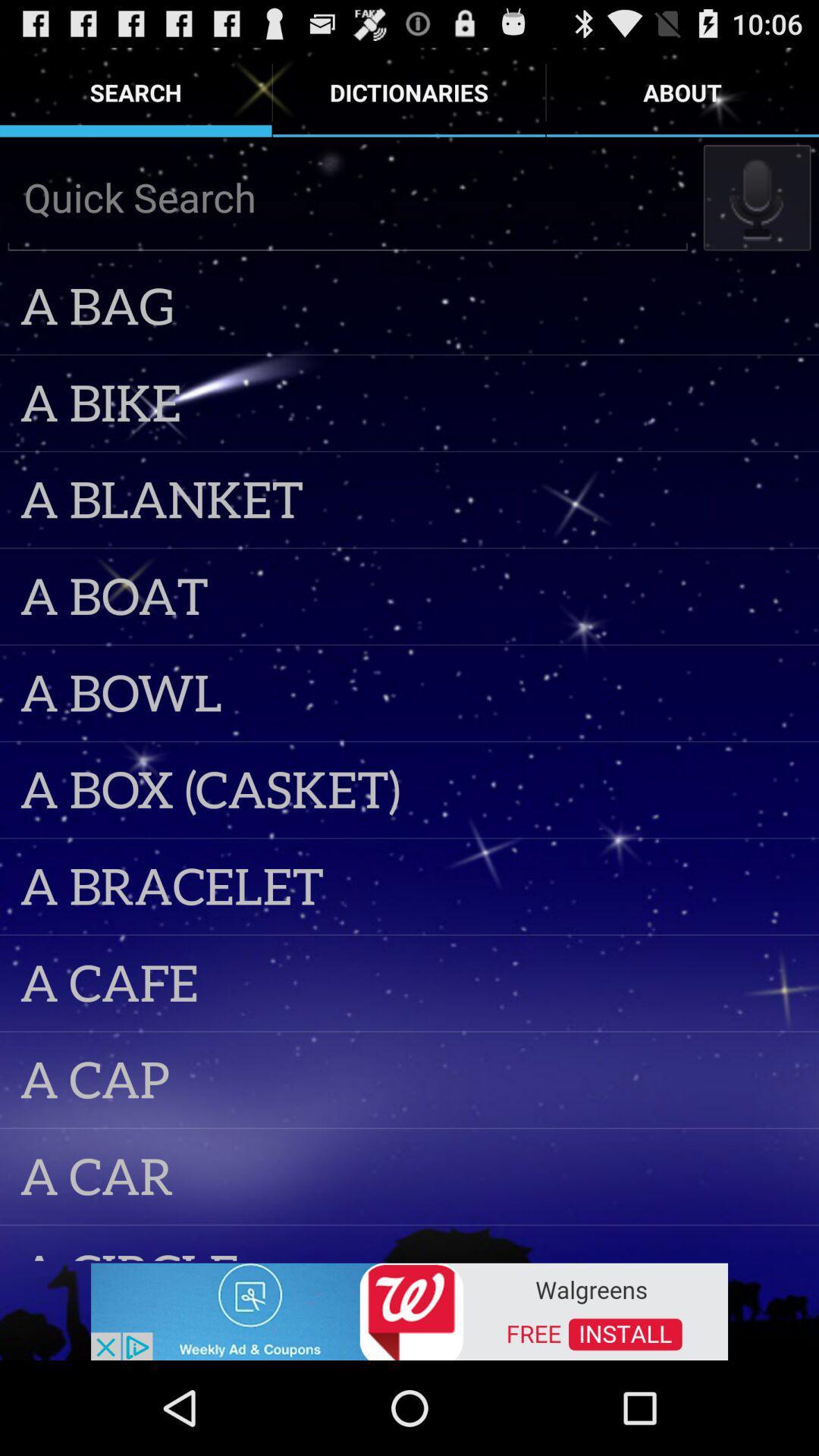  What do you see at coordinates (347, 196) in the screenshot?
I see `write what to search` at bounding box center [347, 196].